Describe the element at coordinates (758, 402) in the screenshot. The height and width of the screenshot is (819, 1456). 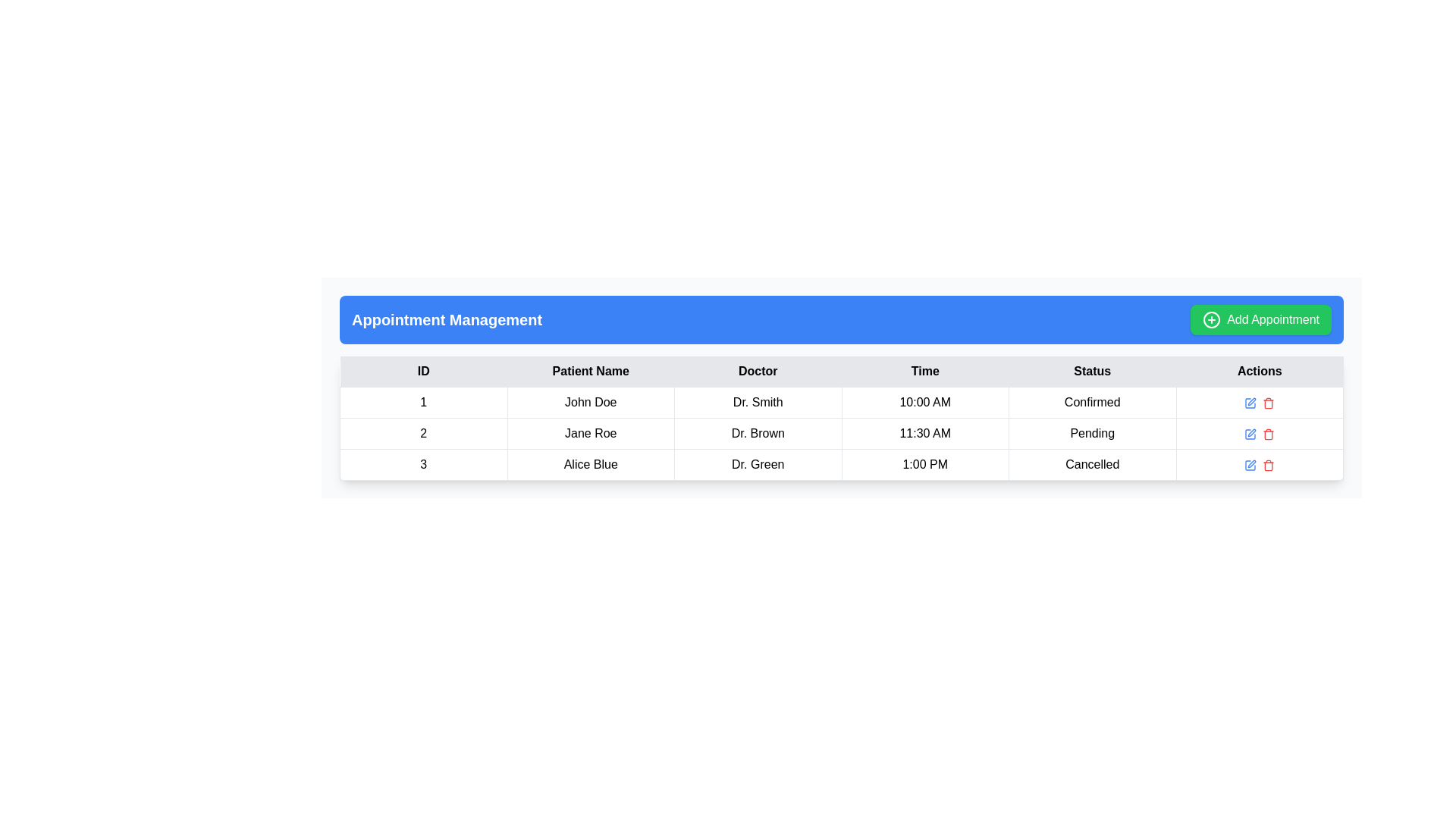
I see `text content of the text cell displaying 'Dr. Smith' in the 'Doctor' column of the first row in the table` at that location.